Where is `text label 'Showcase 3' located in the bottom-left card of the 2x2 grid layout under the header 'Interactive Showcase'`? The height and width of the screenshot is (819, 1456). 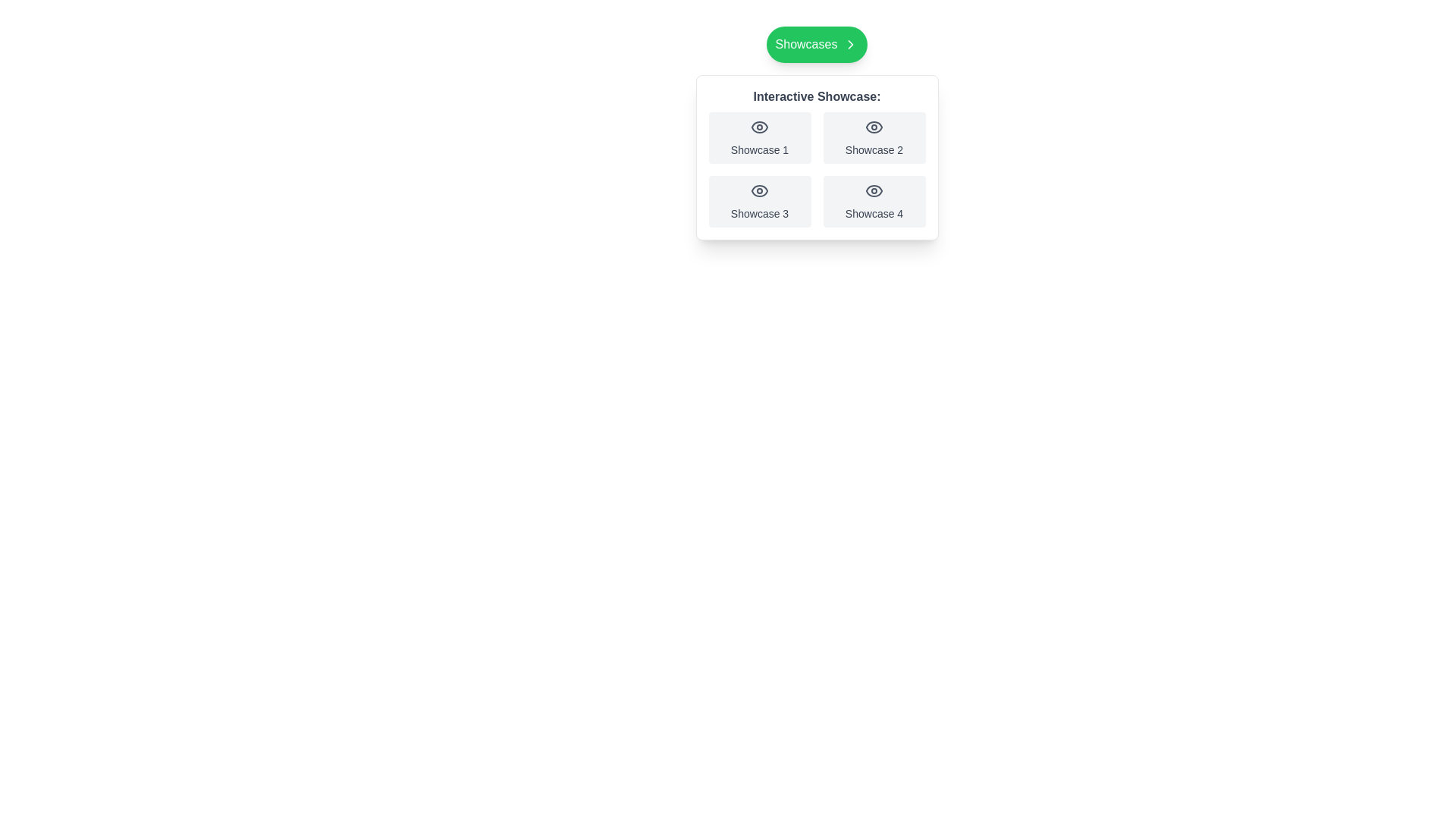 text label 'Showcase 3' located in the bottom-left card of the 2x2 grid layout under the header 'Interactive Showcase' is located at coordinates (760, 213).